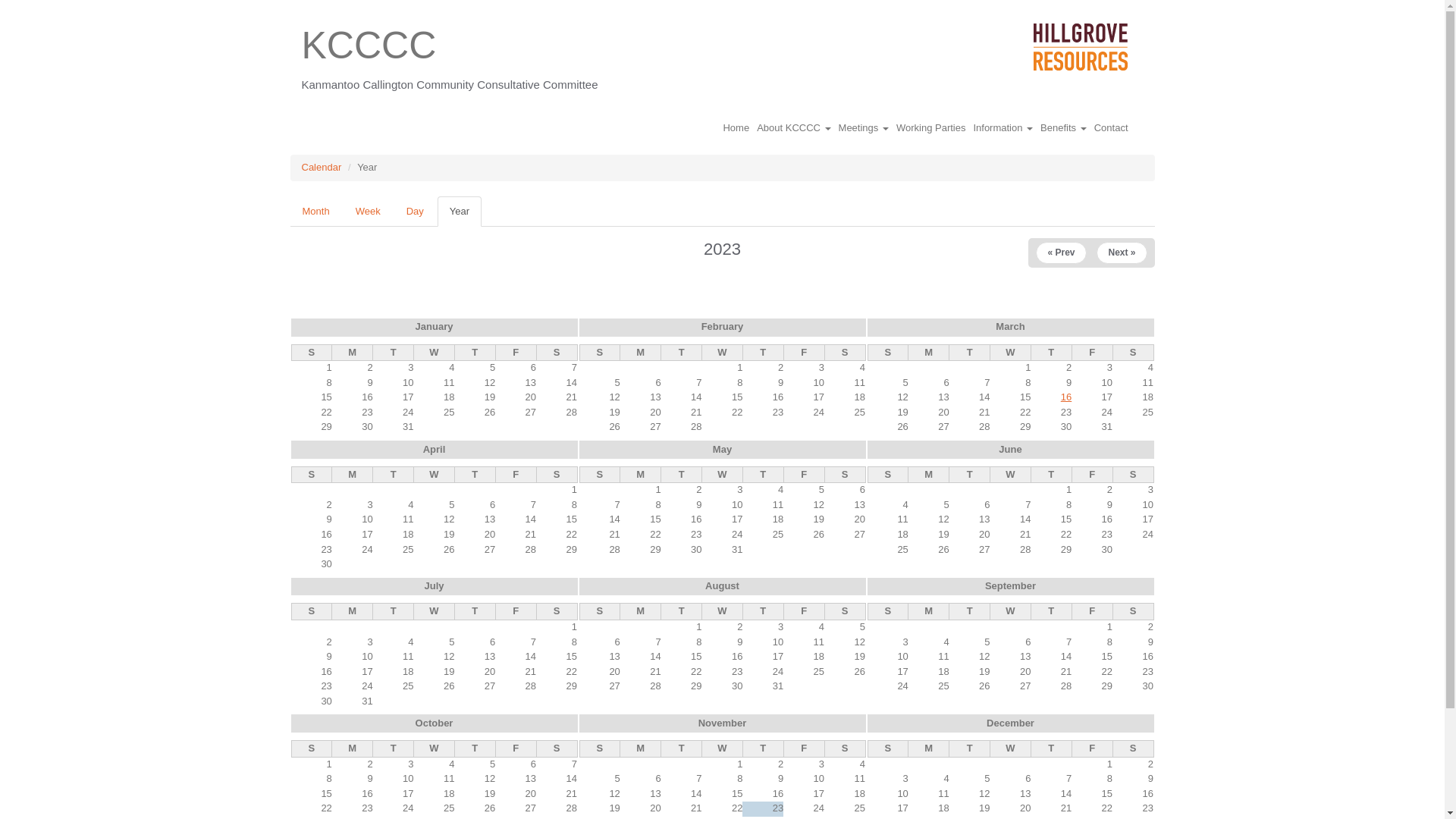  What do you see at coordinates (1065, 396) in the screenshot?
I see `'16'` at bounding box center [1065, 396].